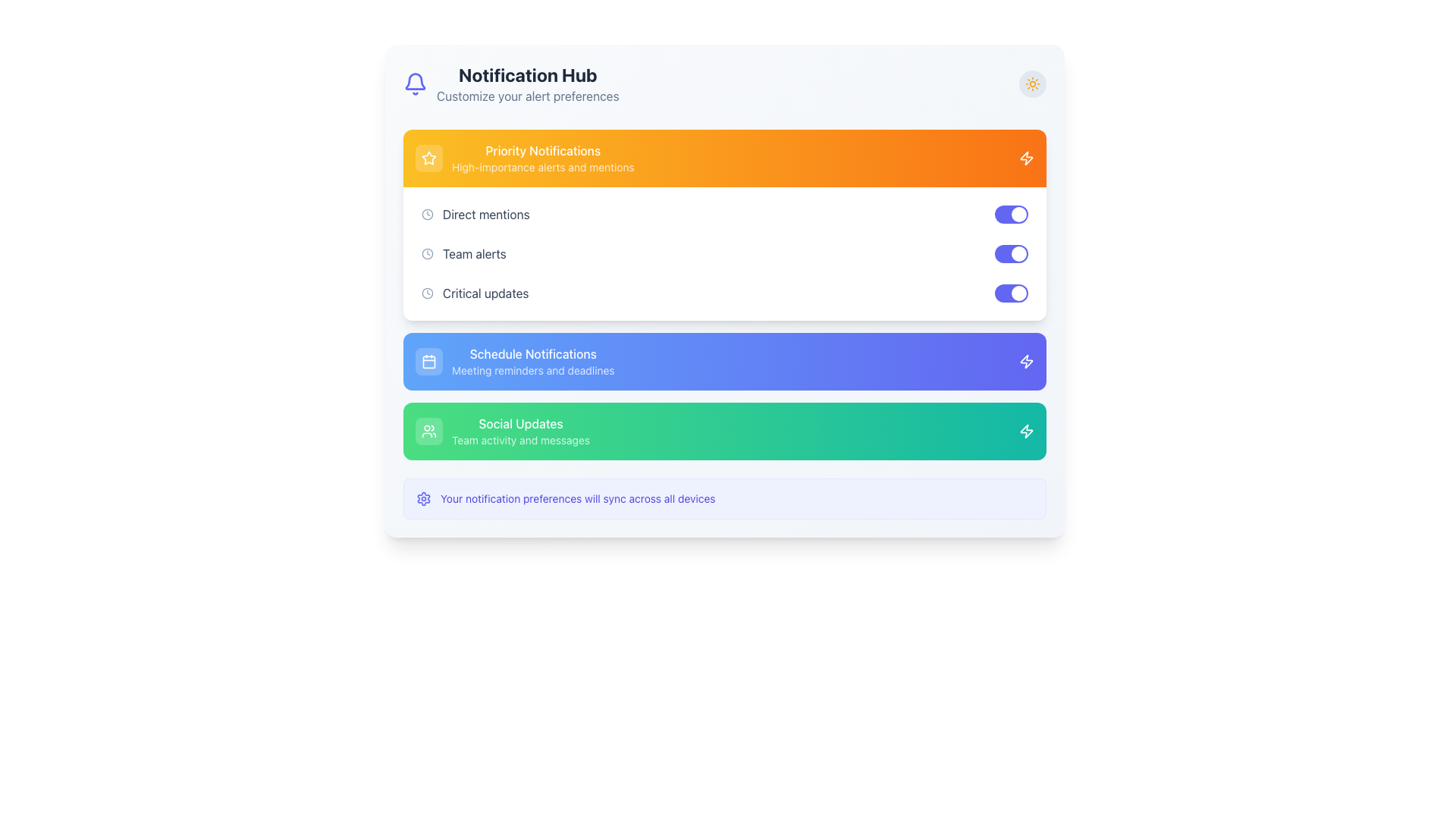  Describe the element at coordinates (533, 362) in the screenshot. I see `text displayed in the centrally positioned Text Display element within the Notification Hub, which provides information about schedule notifications, meeting reminders, and deadlines` at that location.